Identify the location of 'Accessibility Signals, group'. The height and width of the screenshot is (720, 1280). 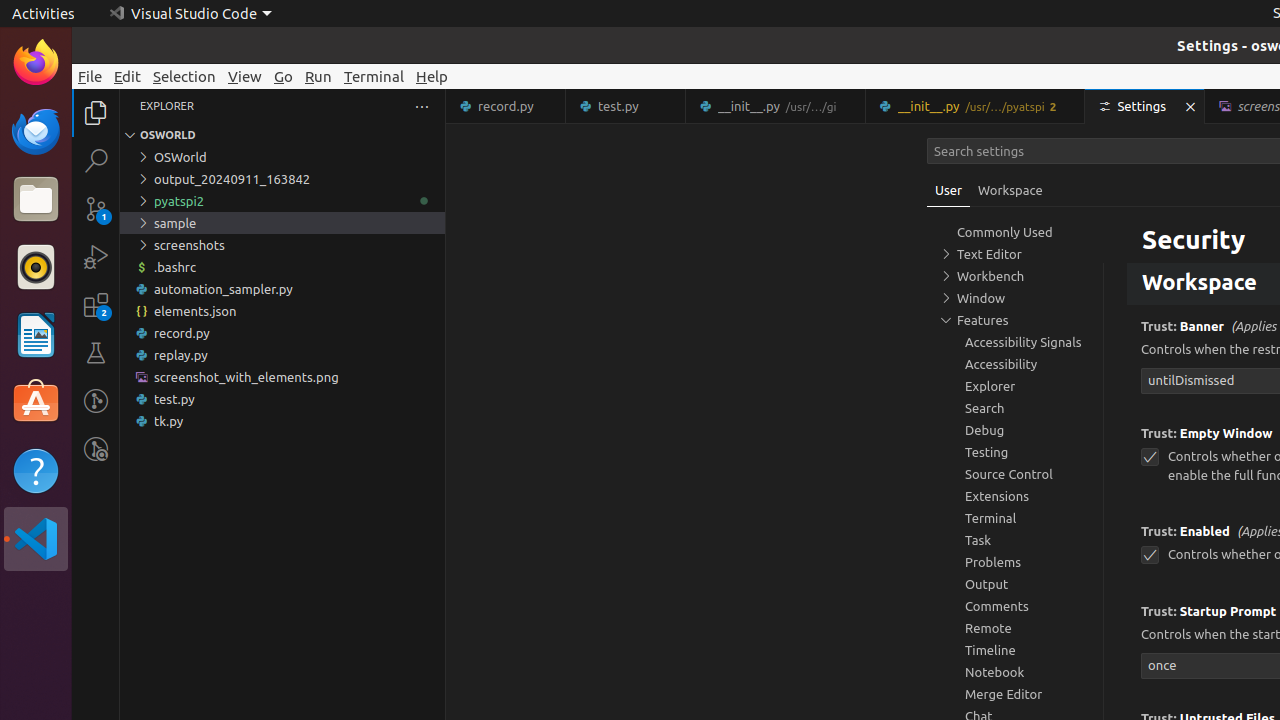
(1015, 341).